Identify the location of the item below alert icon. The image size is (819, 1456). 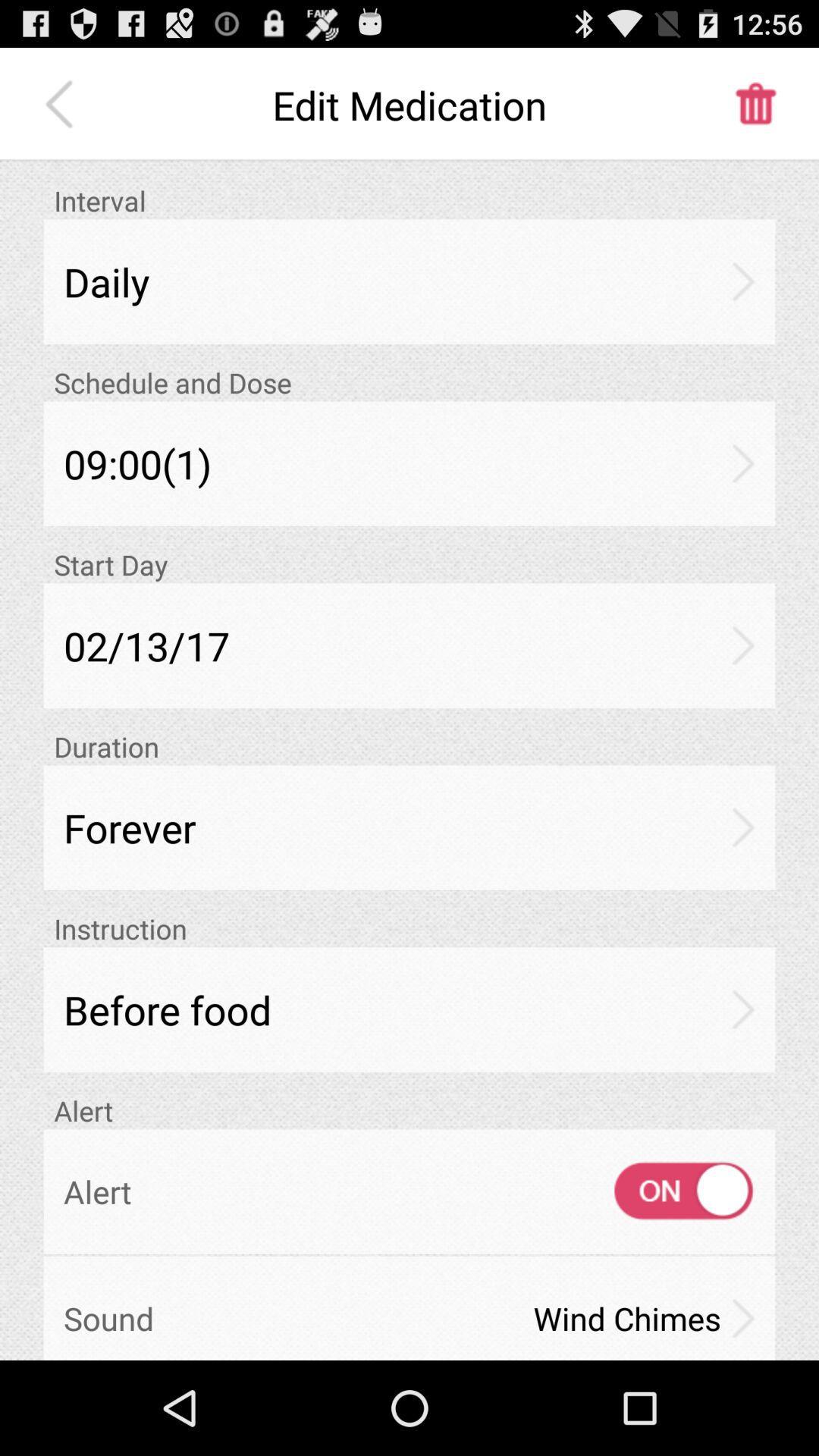
(669, 1191).